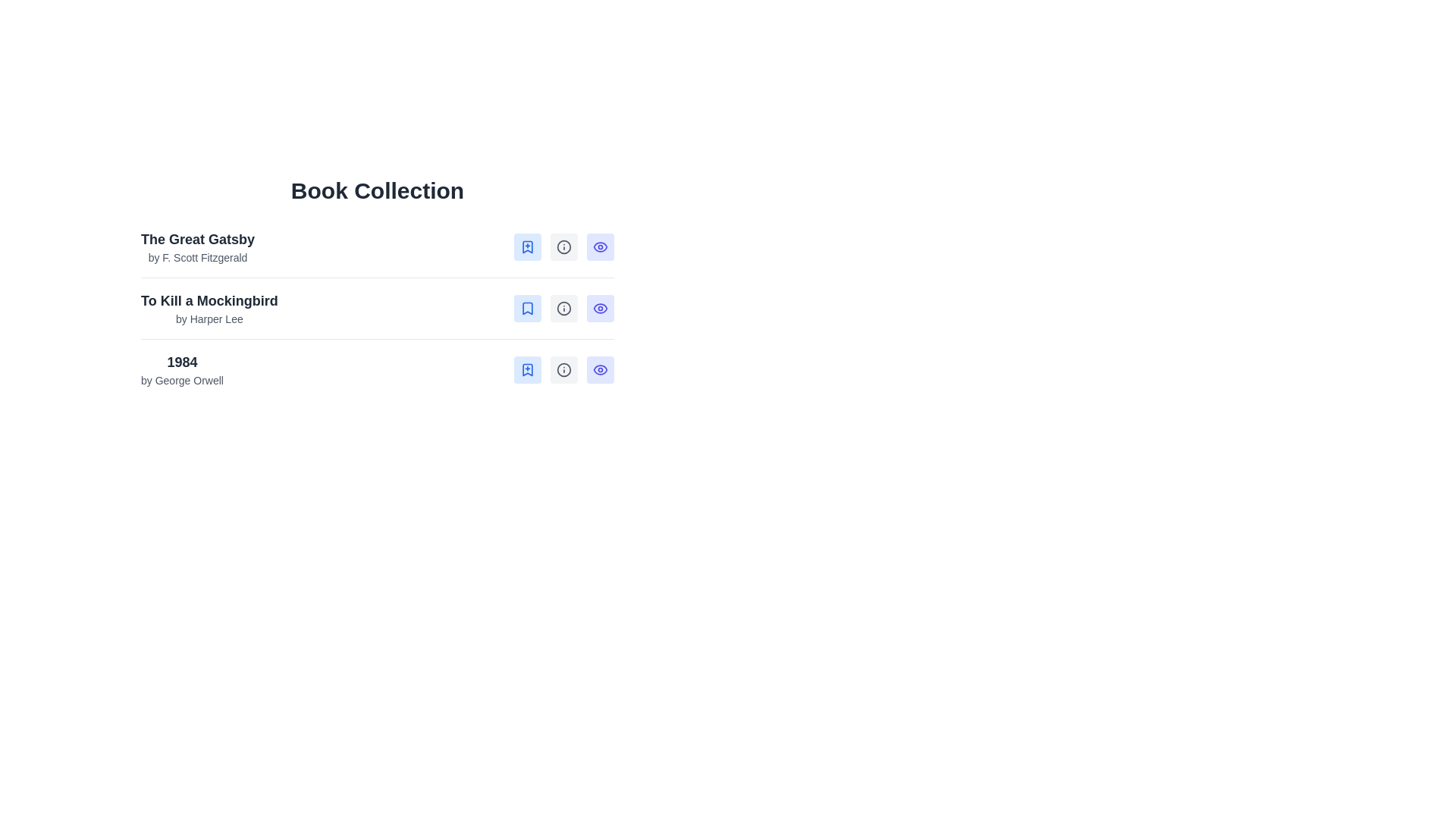 Image resolution: width=1456 pixels, height=819 pixels. What do you see at coordinates (600, 370) in the screenshot?
I see `the SVG eye icon with an indigo color fill located in the bottom row of the interactive button panel for the '1984' book entry, positioned to the far right` at bounding box center [600, 370].